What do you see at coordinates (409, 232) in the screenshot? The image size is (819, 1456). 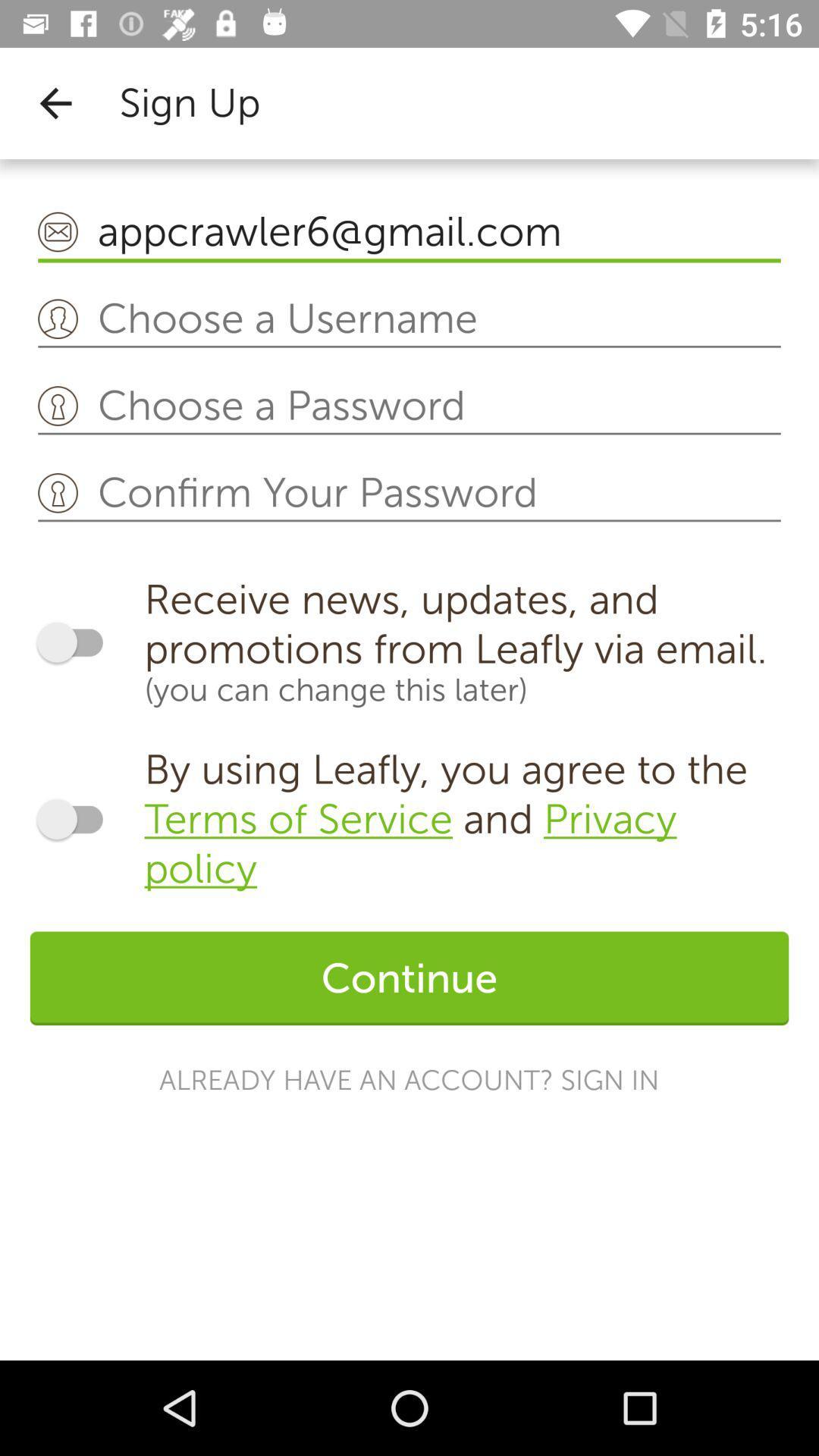 I see `the appcrawler6@gmail.com` at bounding box center [409, 232].